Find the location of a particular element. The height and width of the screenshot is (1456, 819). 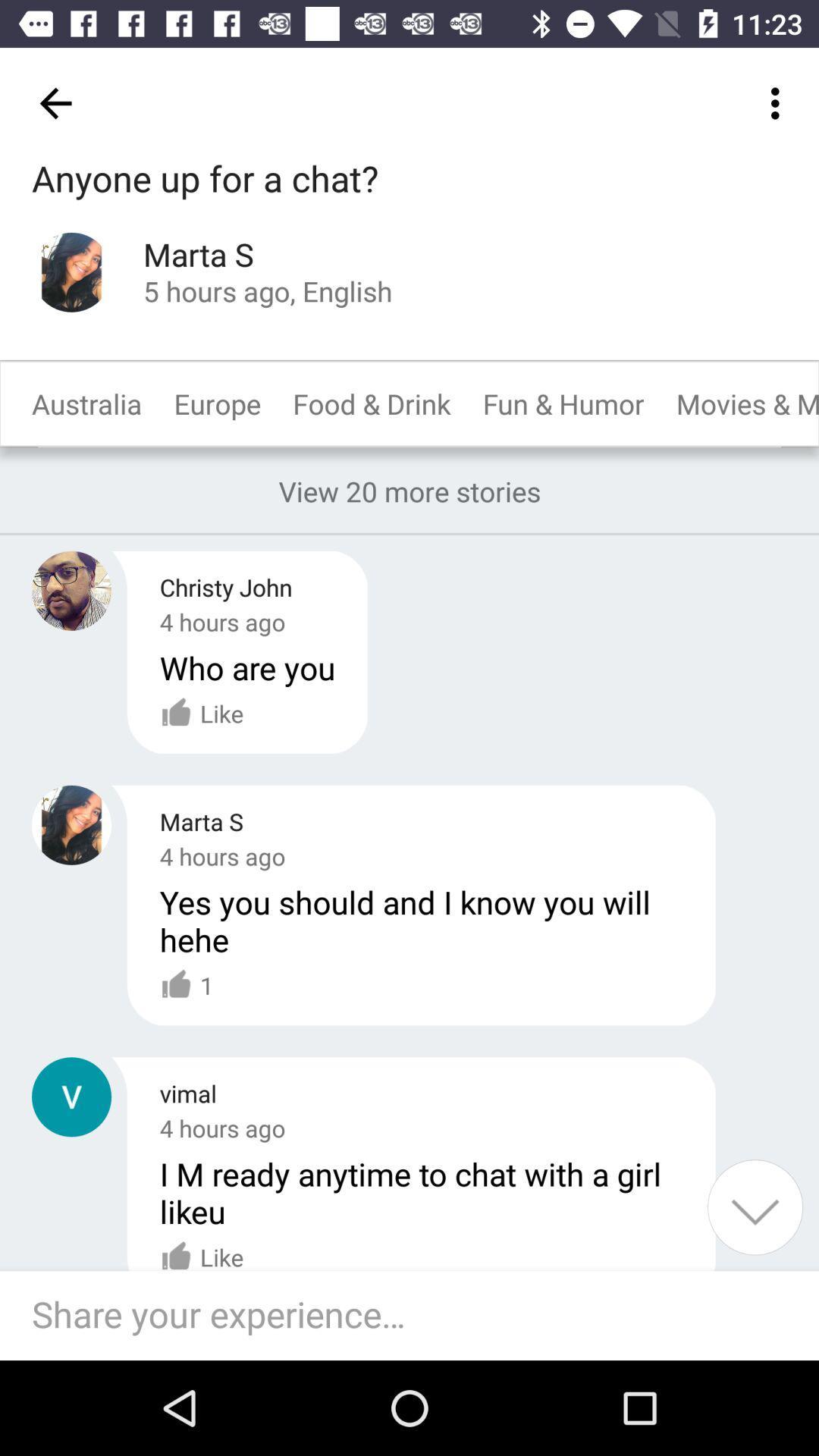

open an user profile is located at coordinates (71, 590).